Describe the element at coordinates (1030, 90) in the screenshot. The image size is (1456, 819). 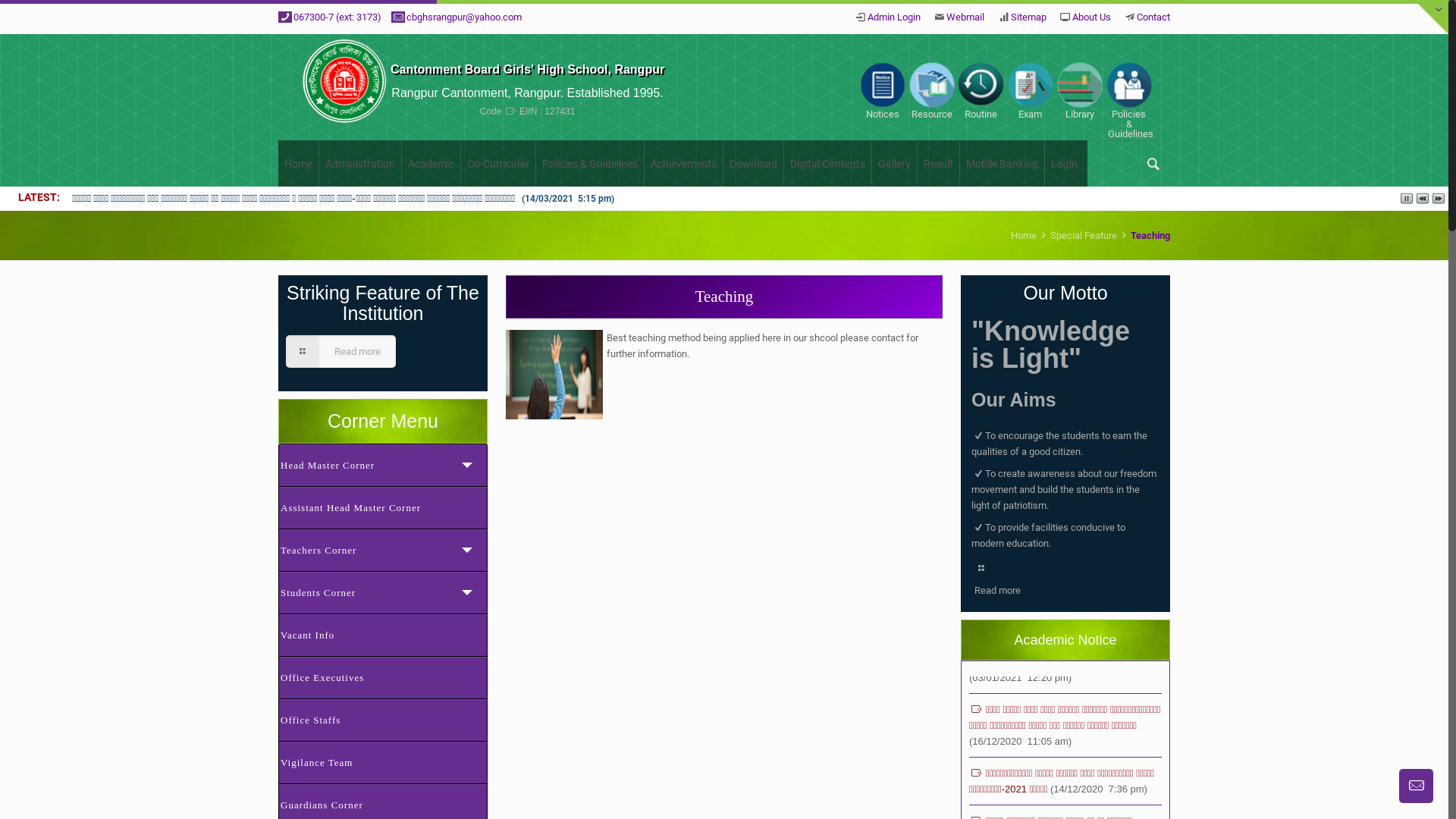
I see `'Exam'` at that location.